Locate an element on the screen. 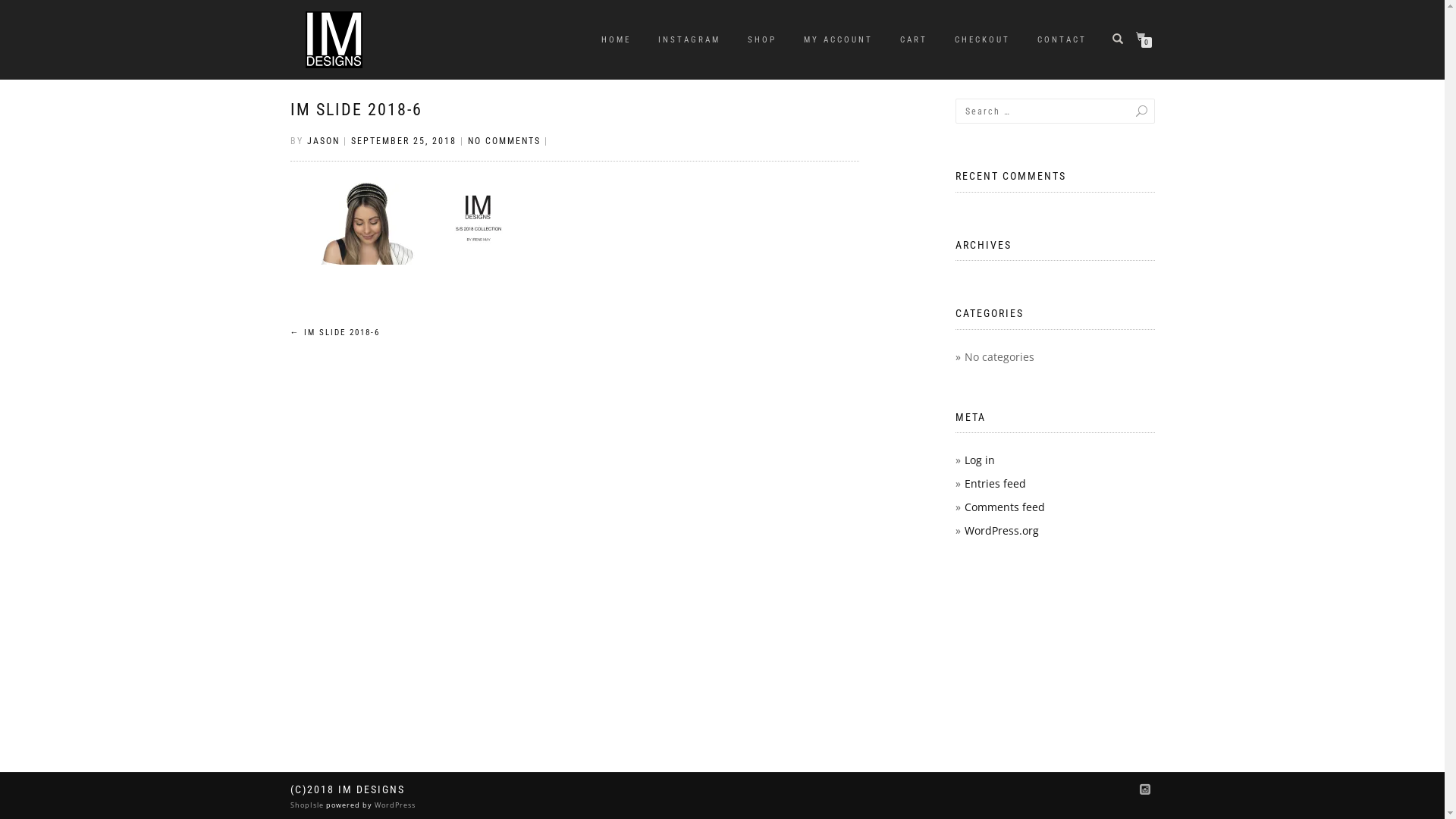 Image resolution: width=1456 pixels, height=819 pixels. 'Entries feed' is located at coordinates (995, 483).